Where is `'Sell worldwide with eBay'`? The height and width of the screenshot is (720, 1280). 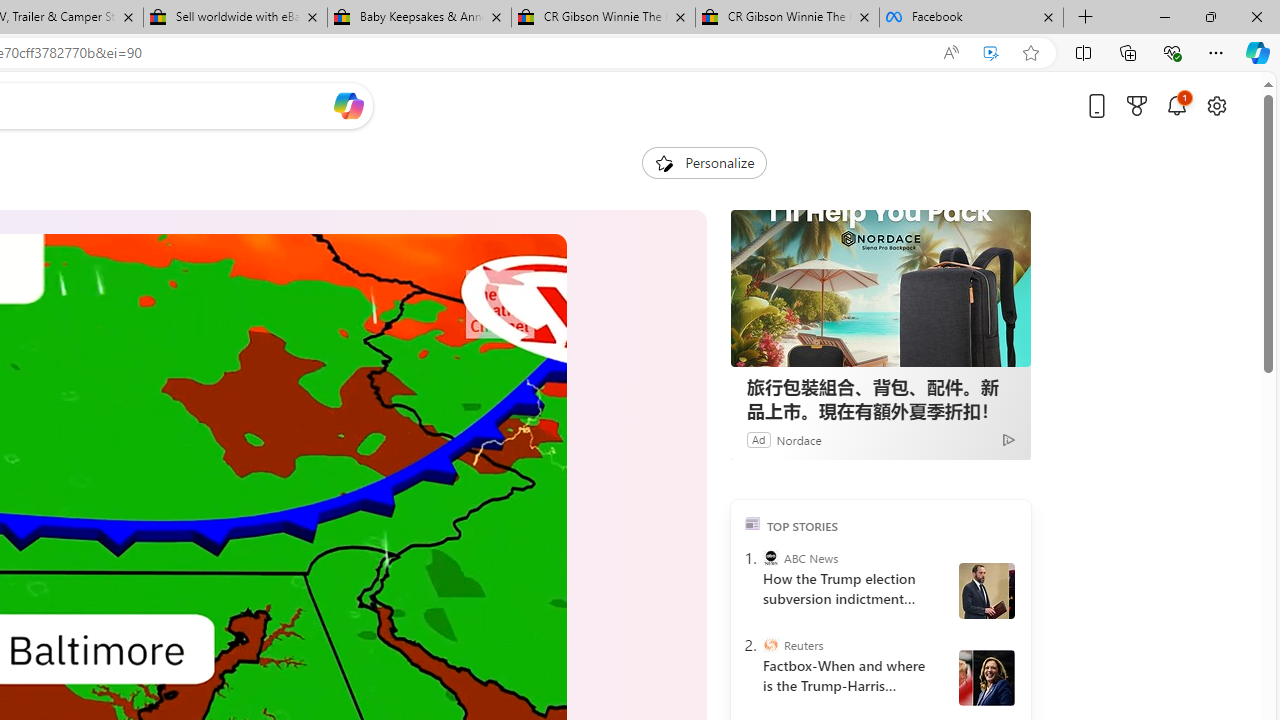
'Sell worldwide with eBay' is located at coordinates (234, 17).